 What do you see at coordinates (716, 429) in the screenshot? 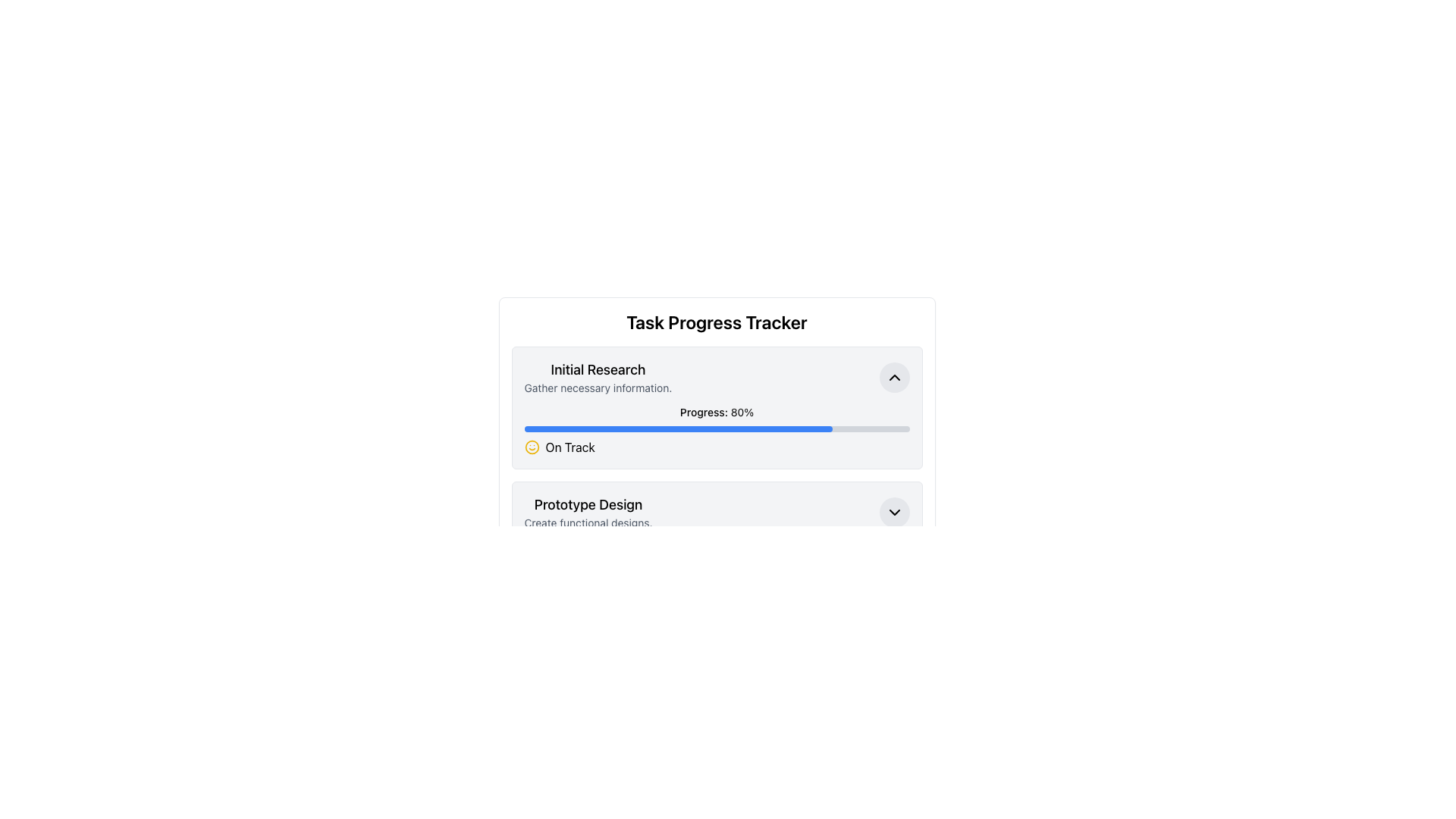
I see `the rectangular progress bar with a gray background and blue filled section indicating 80% progress, located below the label 'Progress: 80%' and above 'On Track'` at bounding box center [716, 429].